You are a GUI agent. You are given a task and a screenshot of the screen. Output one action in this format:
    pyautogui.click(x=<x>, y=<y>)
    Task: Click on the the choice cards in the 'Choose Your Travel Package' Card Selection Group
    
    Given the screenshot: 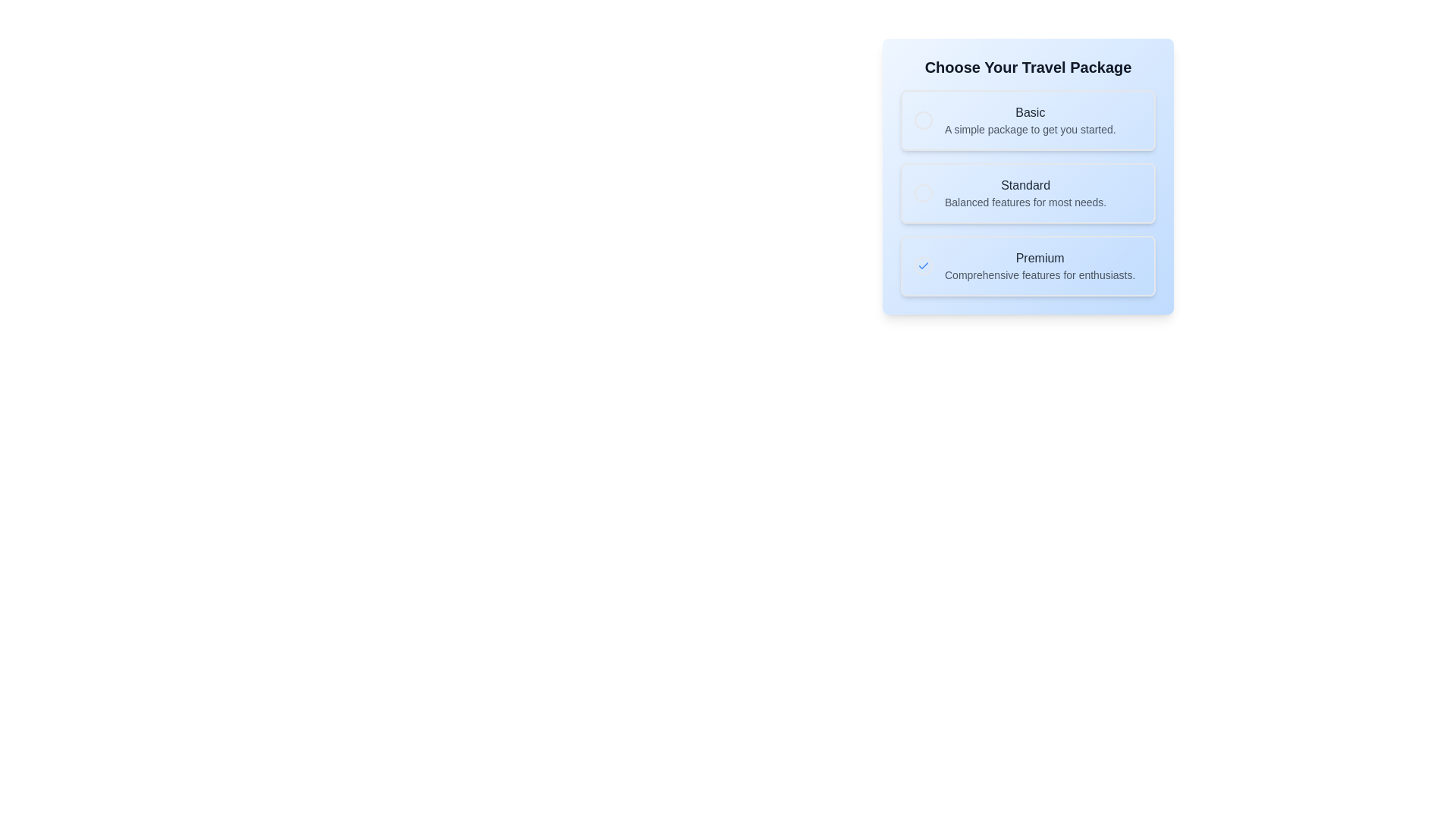 What is the action you would take?
    pyautogui.click(x=1028, y=175)
    